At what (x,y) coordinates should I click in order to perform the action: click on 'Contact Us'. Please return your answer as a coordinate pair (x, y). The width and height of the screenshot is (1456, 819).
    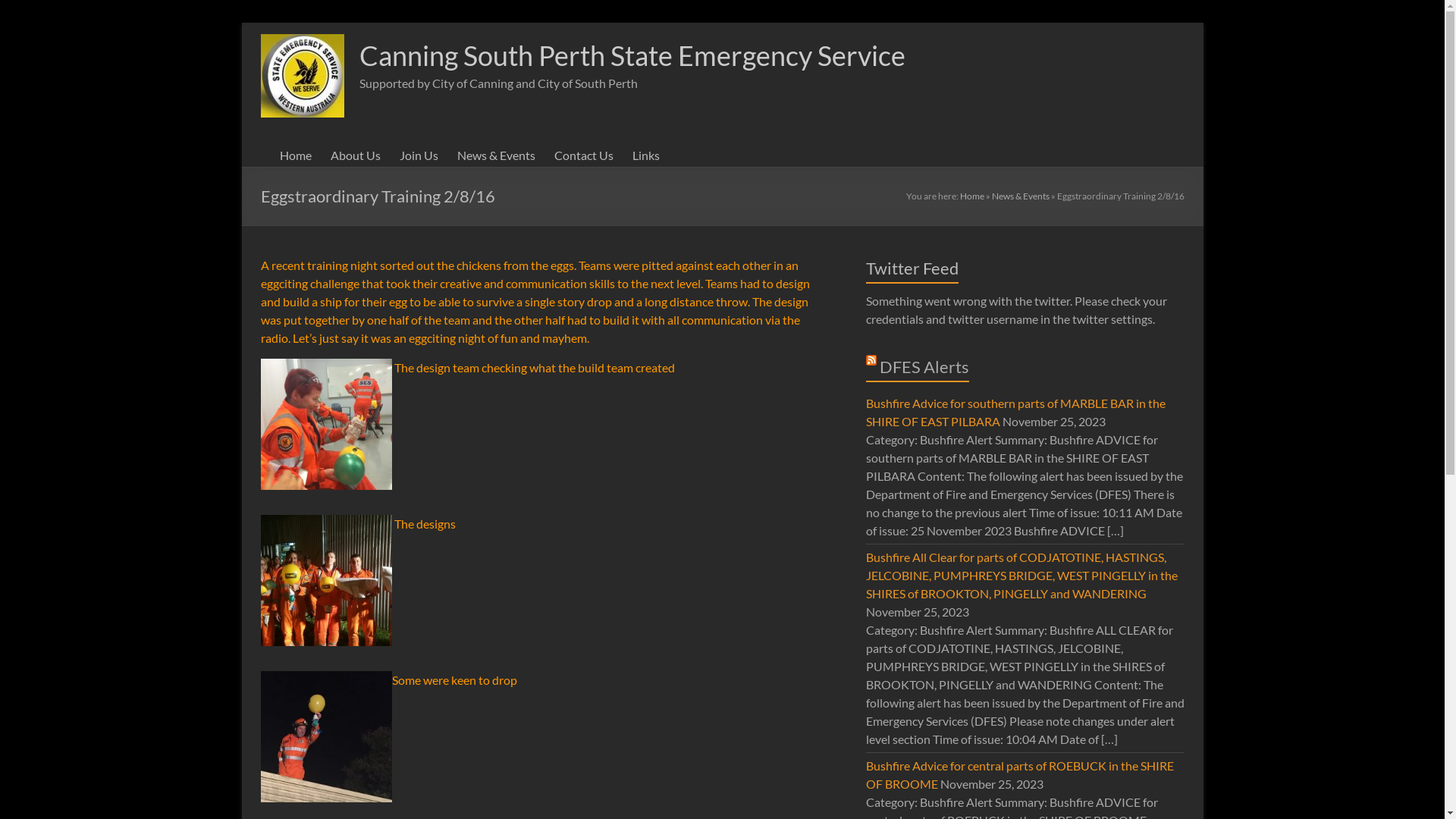
    Looking at the image, I should click on (582, 155).